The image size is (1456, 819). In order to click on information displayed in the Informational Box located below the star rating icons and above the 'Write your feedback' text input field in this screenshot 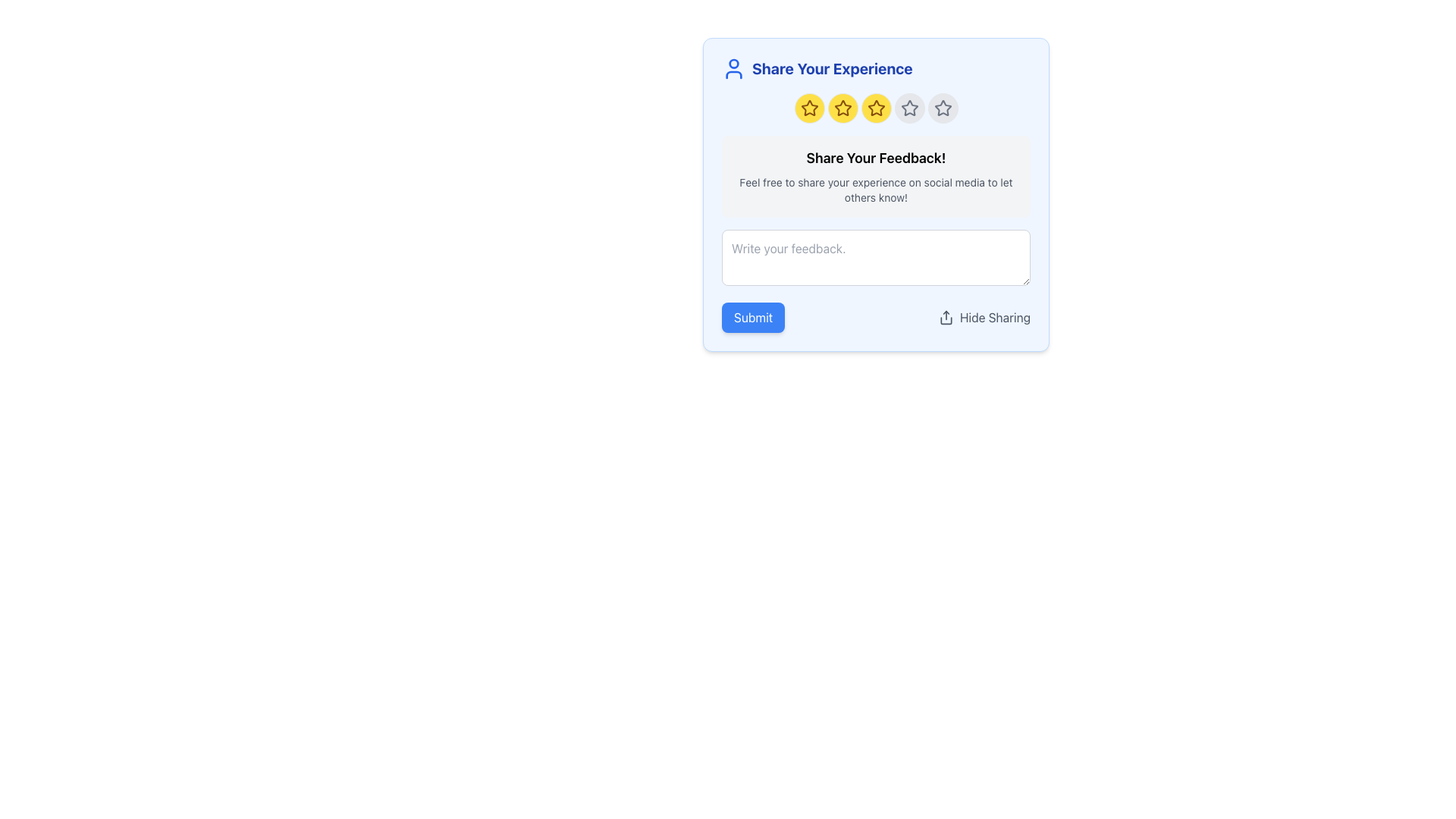, I will do `click(876, 175)`.